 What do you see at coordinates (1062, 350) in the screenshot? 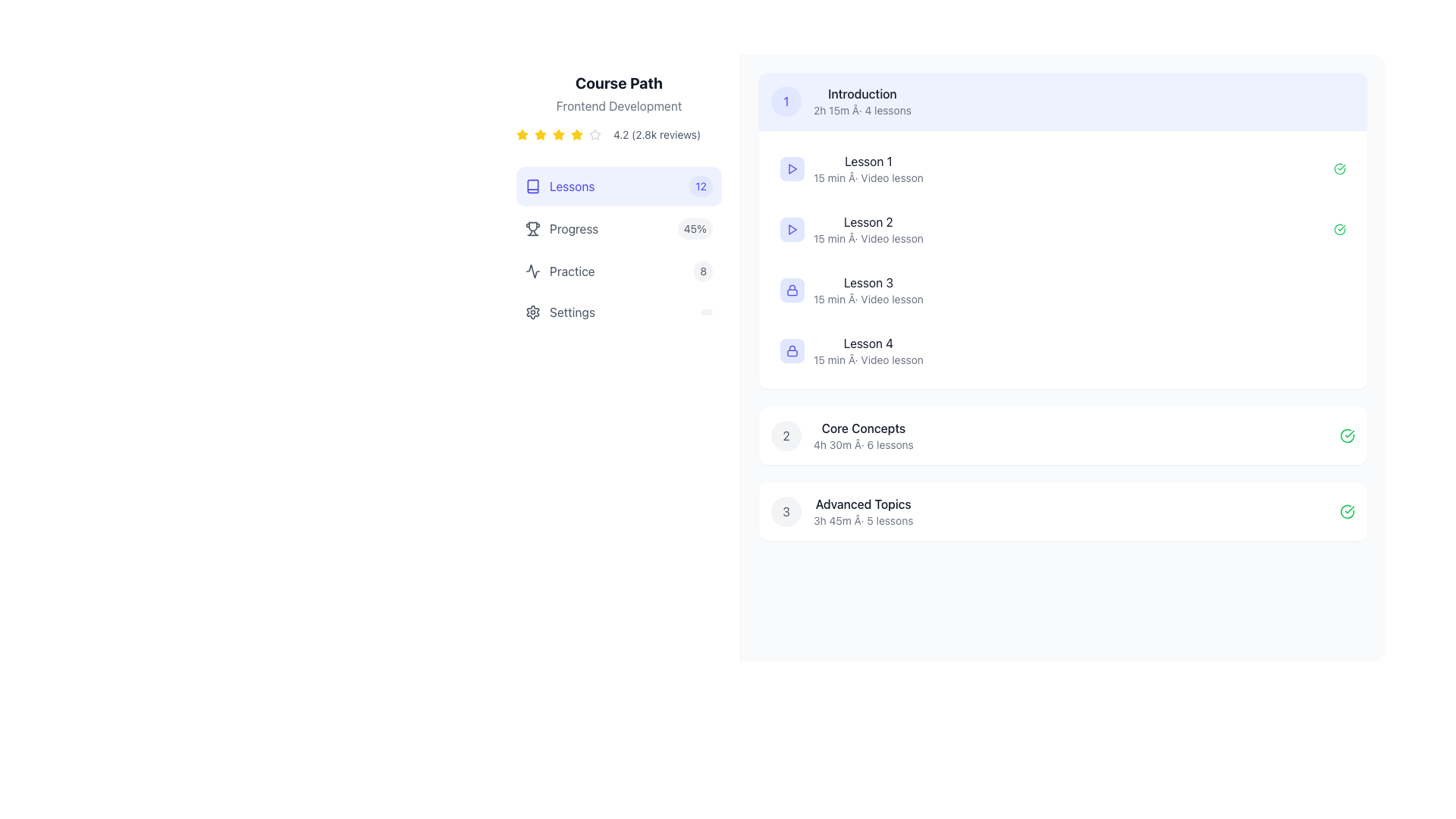
I see `the fourth list item representing 'Lesson 4'` at bounding box center [1062, 350].